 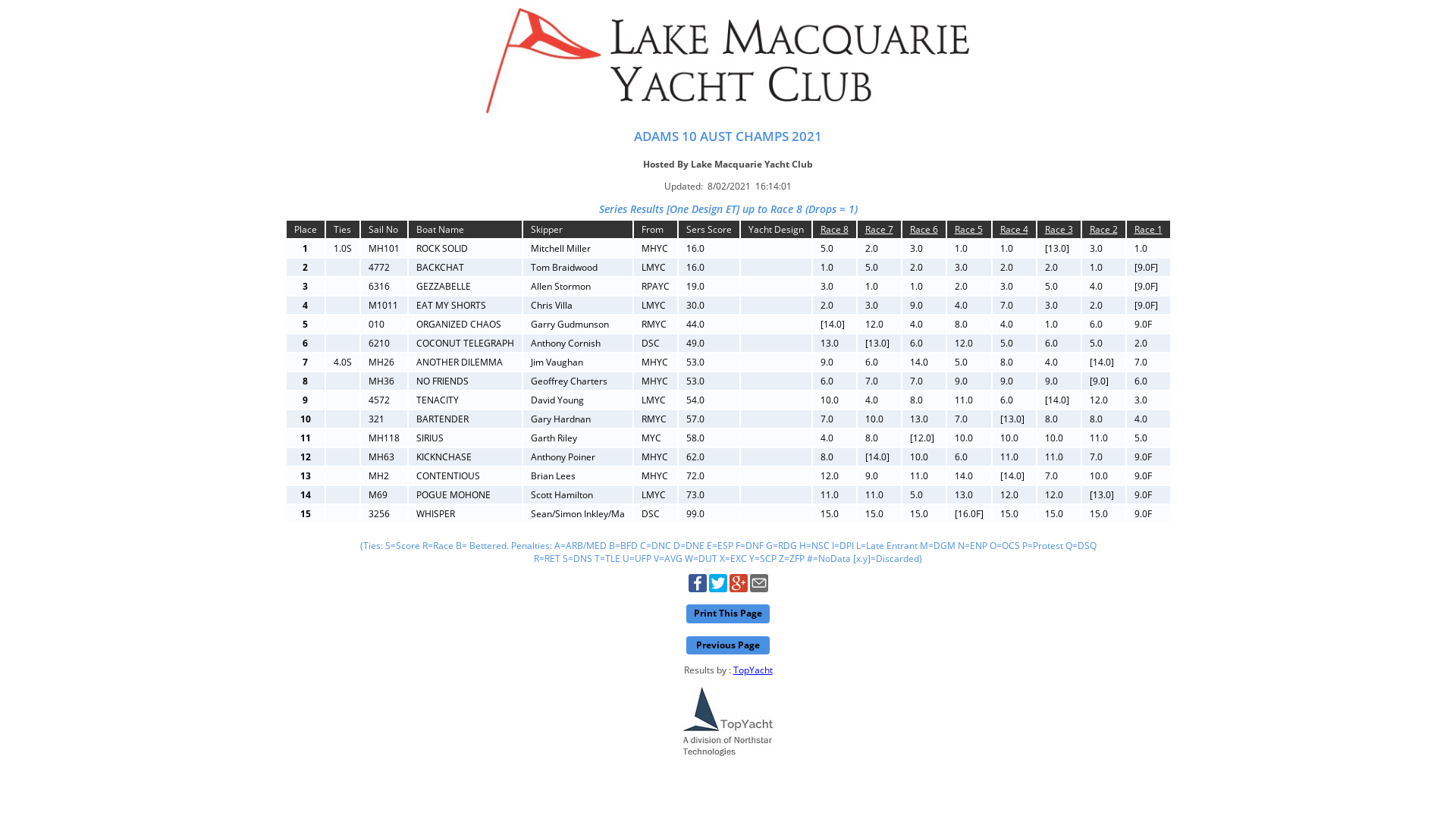 I want to click on ' Previous Page ', so click(x=728, y=645).